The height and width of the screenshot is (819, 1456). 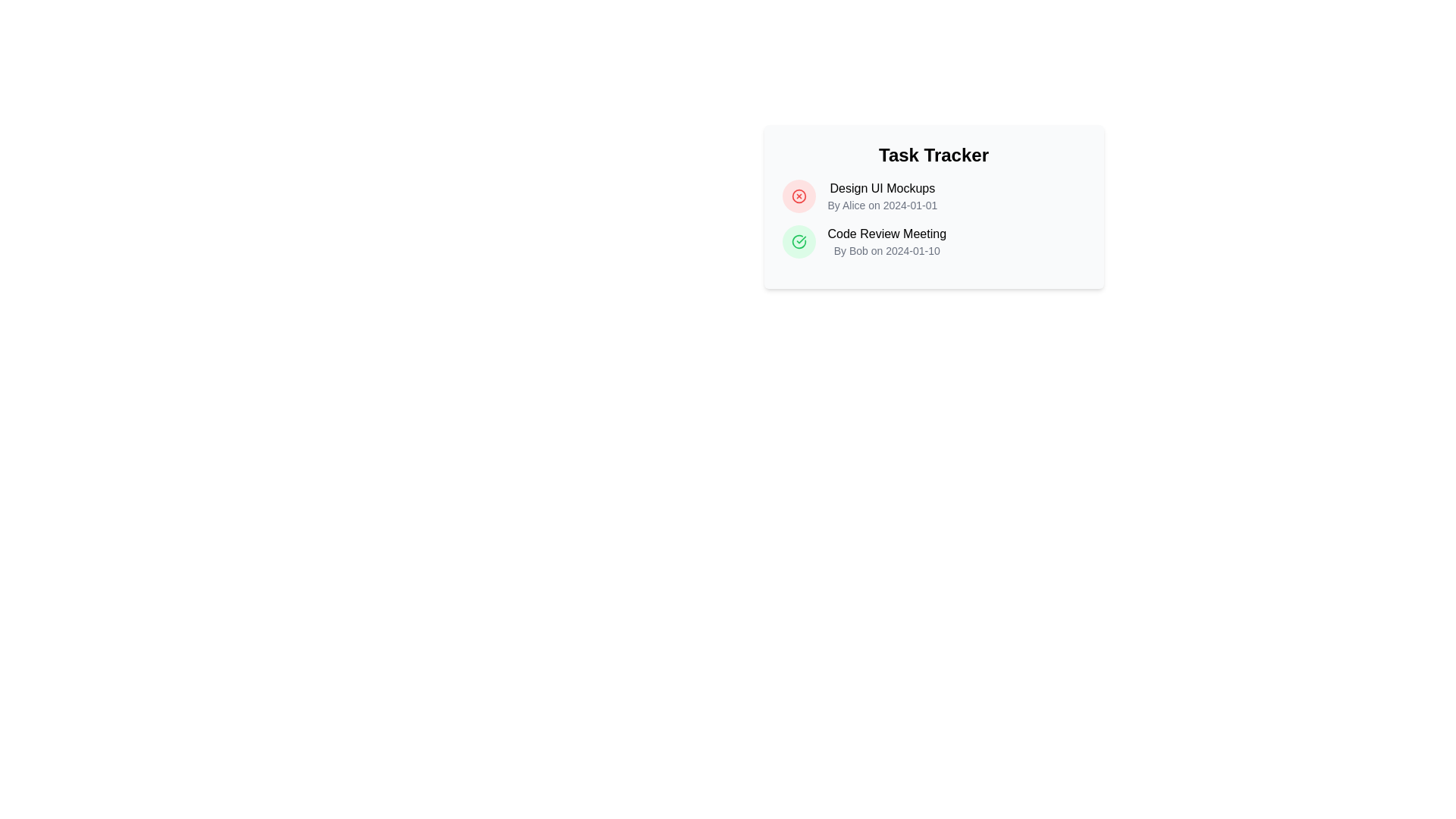 What do you see at coordinates (798, 195) in the screenshot?
I see `the icon indicator (circle with an X) for the 'Design UI Mockups' task entry in the top task entry of the task tracker component` at bounding box center [798, 195].